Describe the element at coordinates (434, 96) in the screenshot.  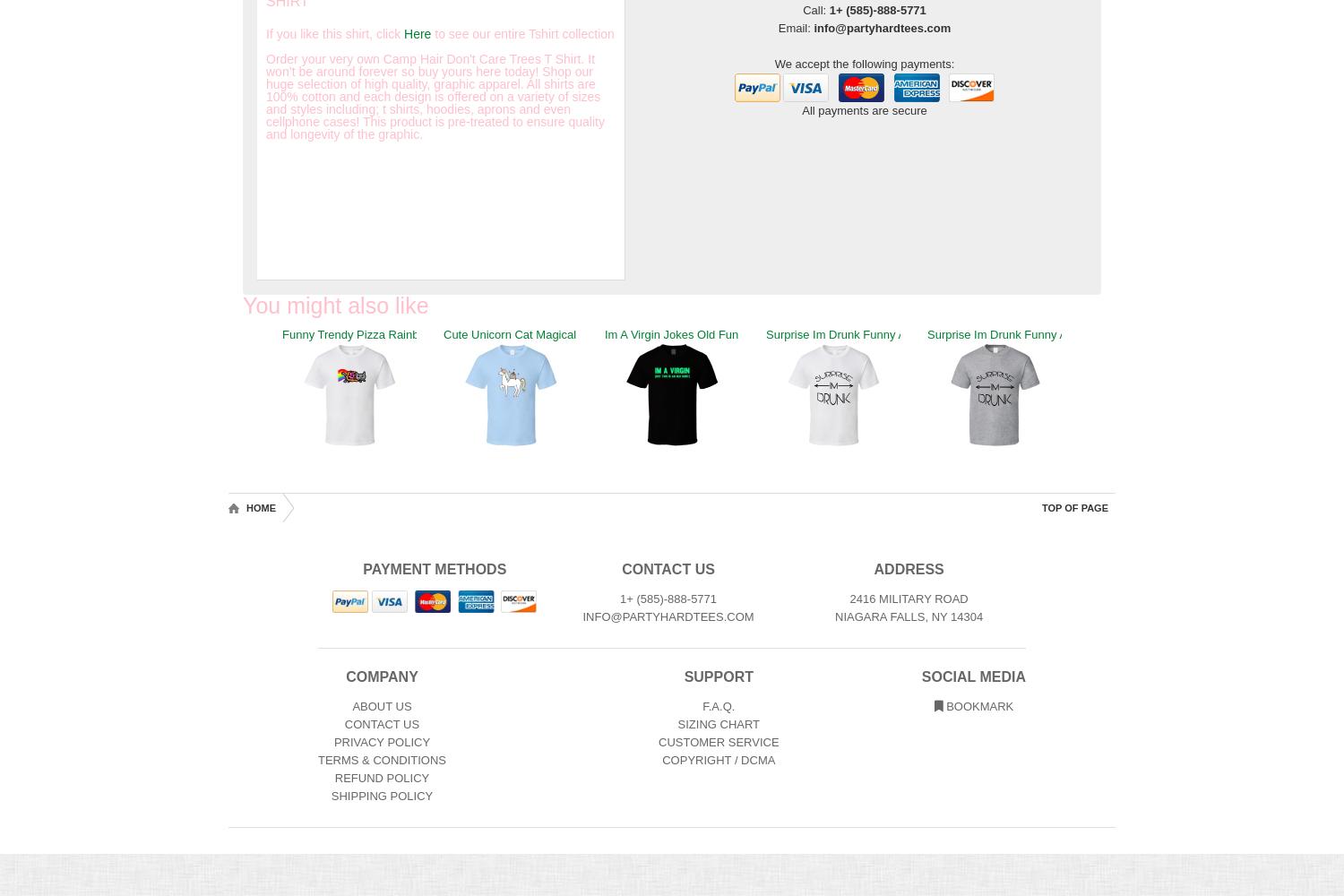
I see `'Order your very own  Camp Hair Don't Care Trees T Shirt. It won’t be around forever so buy yours here today! Shop our huge selection of high quality, graphic apparel. All shirts are 100% cotton and each design is offered on a variety of sizes and styles including; t shirts, hoodies, aprons and even cellphone cases! This product is pre-treated to ensure quality and longevity of the graphic.'` at that location.